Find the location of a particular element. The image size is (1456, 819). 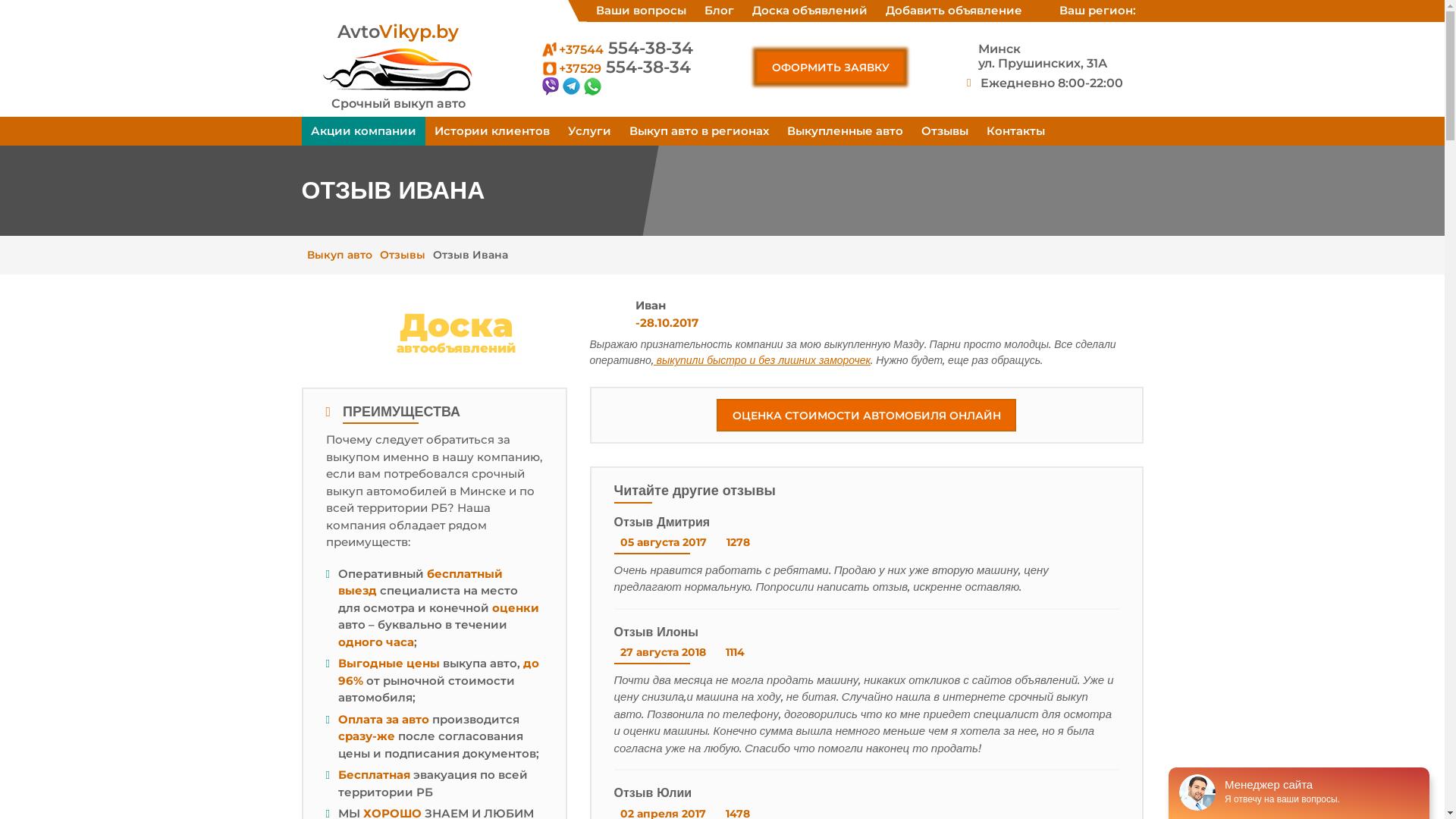

'+37544 554-38-34' is located at coordinates (616, 47).